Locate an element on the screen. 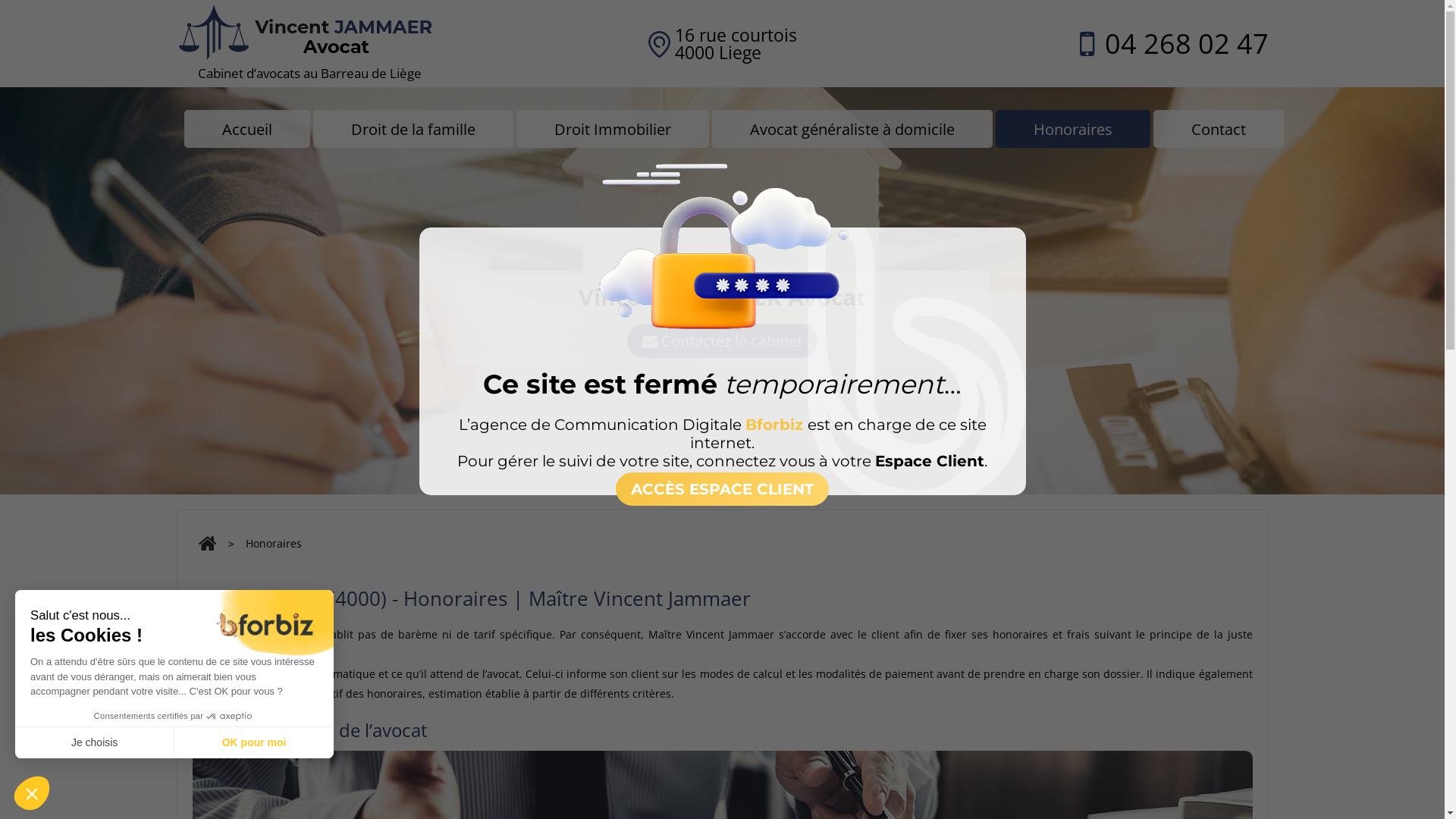  'Droit de la famille' is located at coordinates (412, 127).